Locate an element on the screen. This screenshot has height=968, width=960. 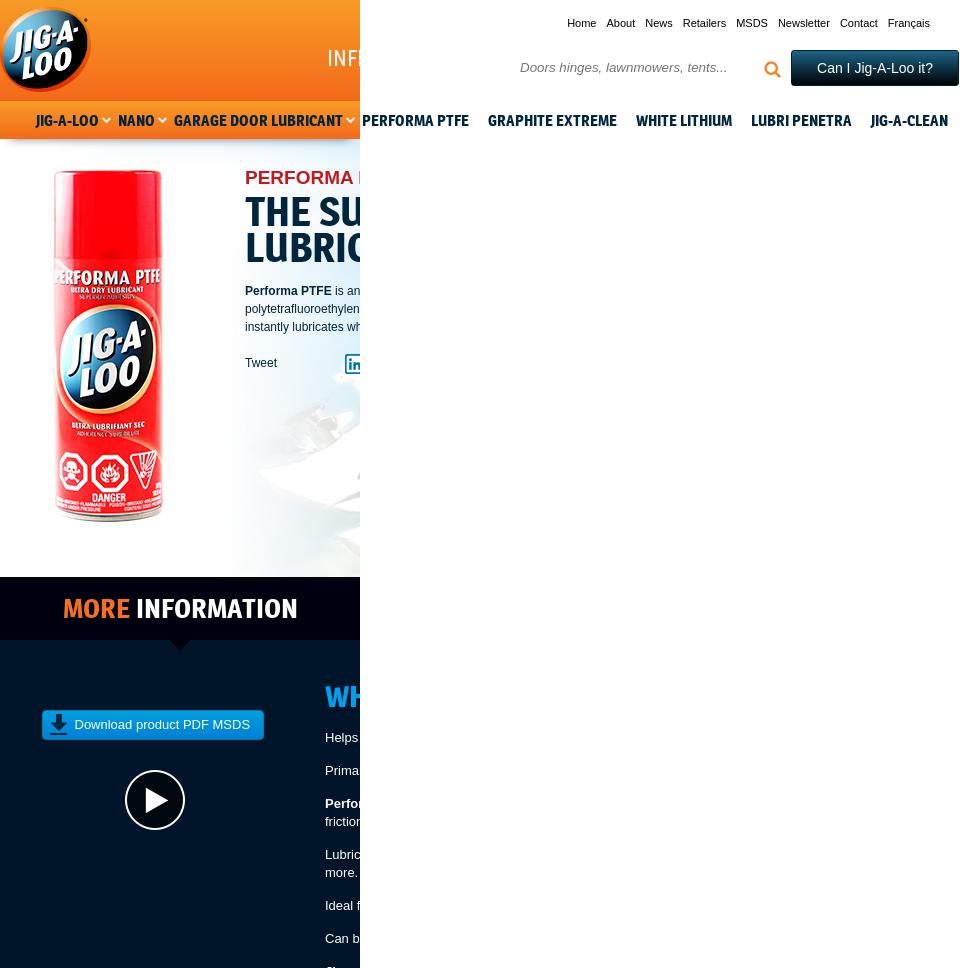
'Helps reduce the wear and tear between moving parts.' is located at coordinates (483, 737).